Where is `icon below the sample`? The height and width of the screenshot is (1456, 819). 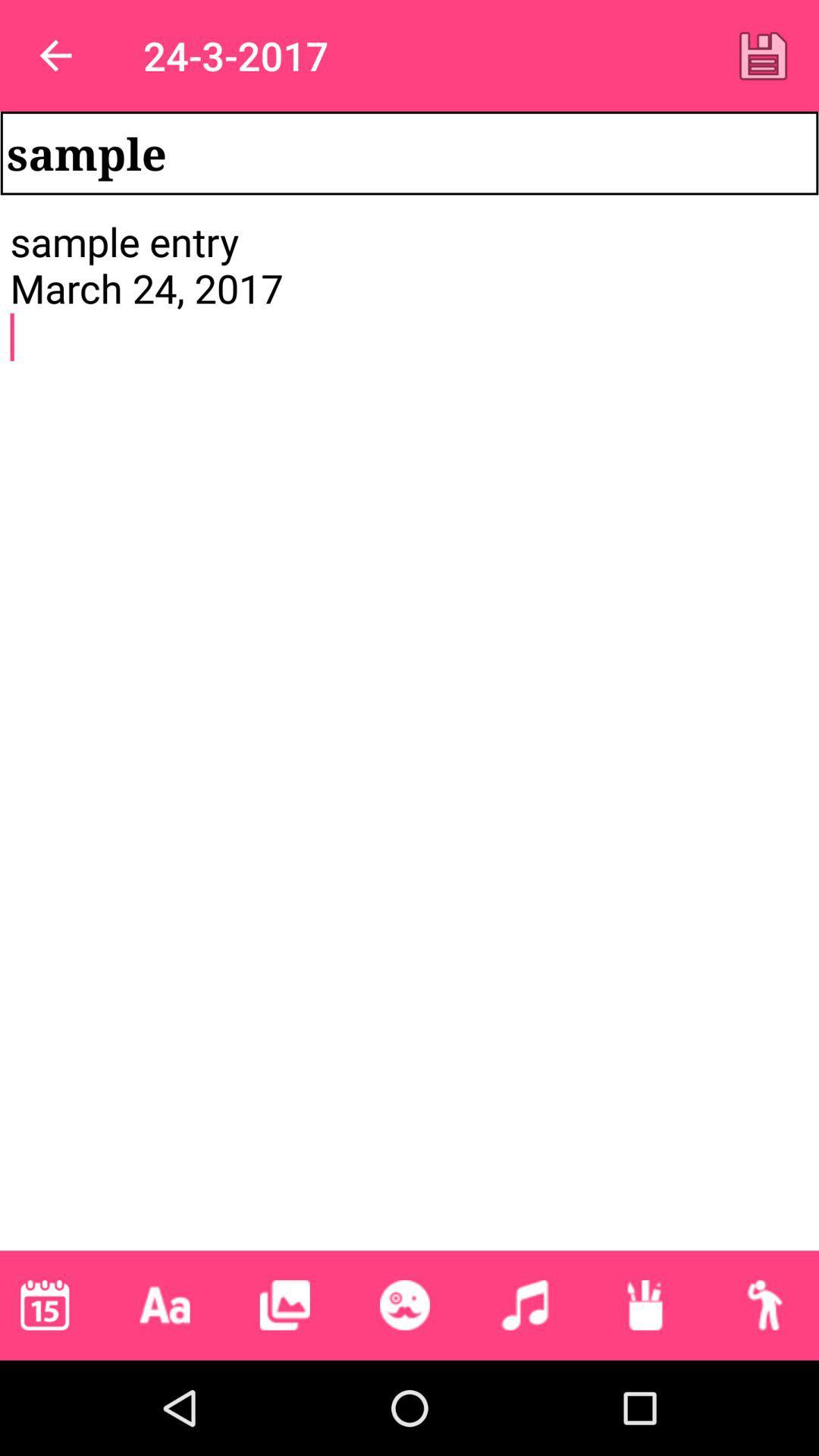 icon below the sample is located at coordinates (409, 733).